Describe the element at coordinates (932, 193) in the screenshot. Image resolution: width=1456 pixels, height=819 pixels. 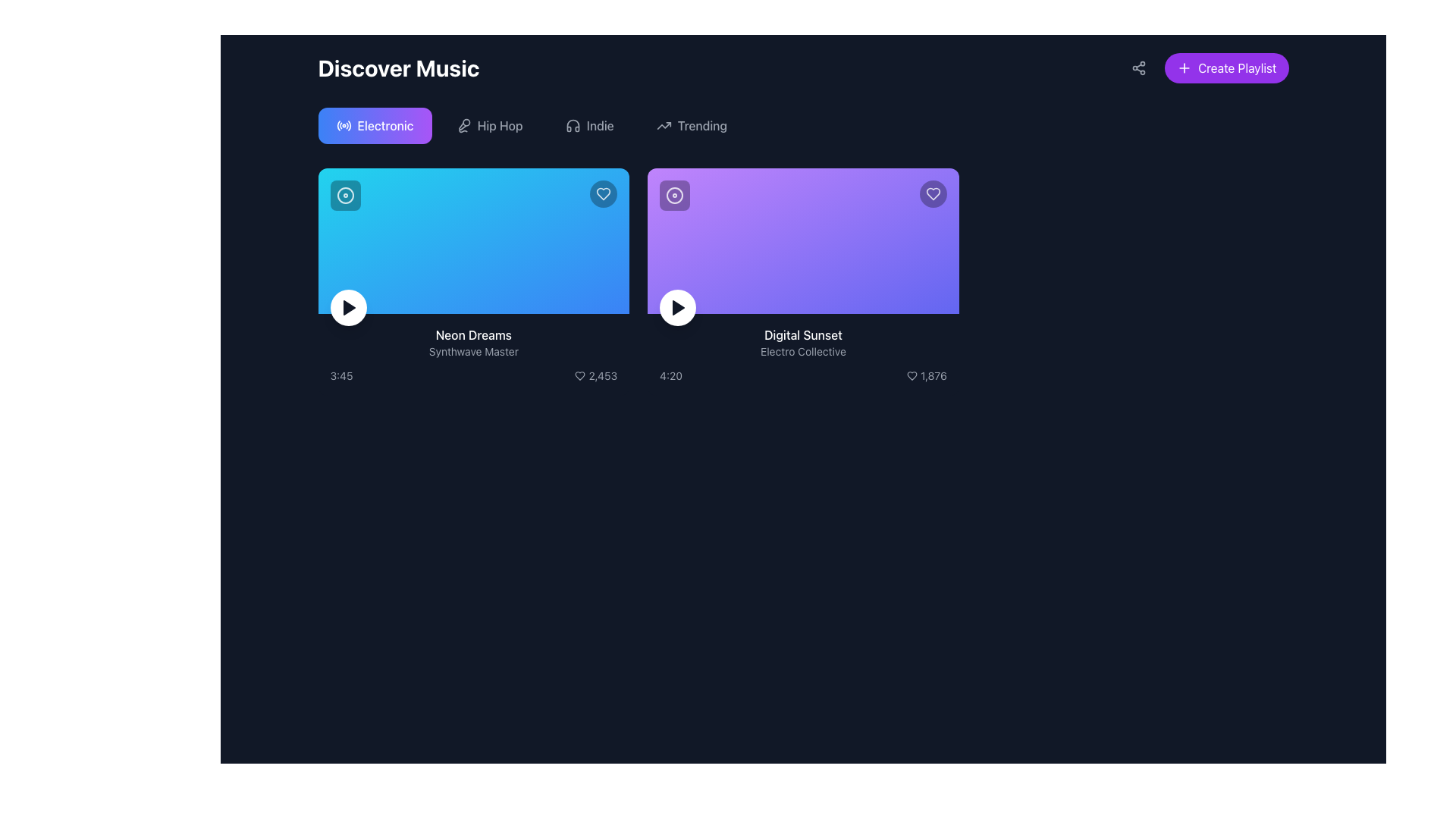
I see `the heart-shaped icon button located at the top-right corner of the 'Digital Sunset' song card in the music discovery section` at that location.